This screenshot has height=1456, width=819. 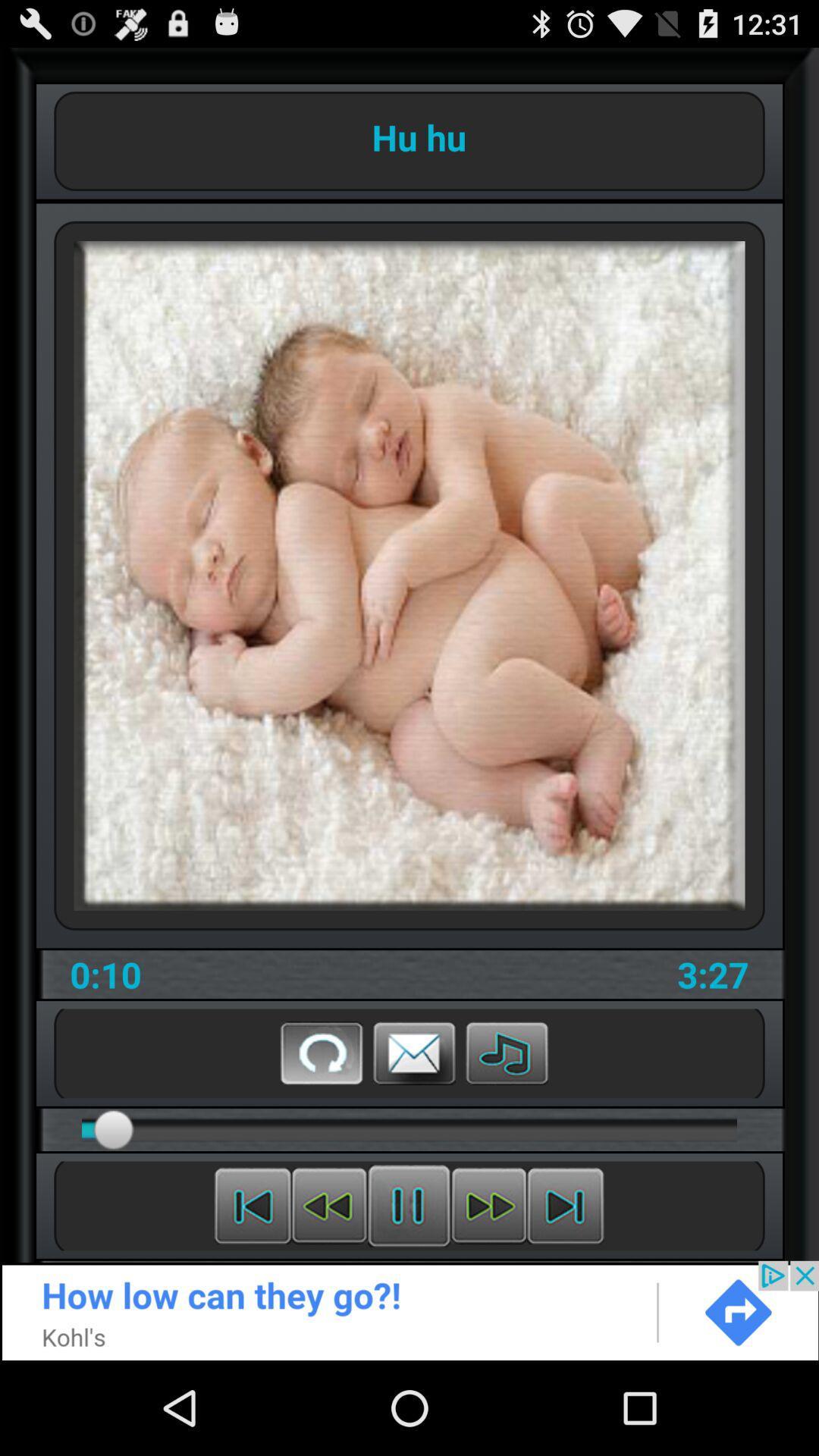 What do you see at coordinates (507, 1127) in the screenshot?
I see `the music icon` at bounding box center [507, 1127].